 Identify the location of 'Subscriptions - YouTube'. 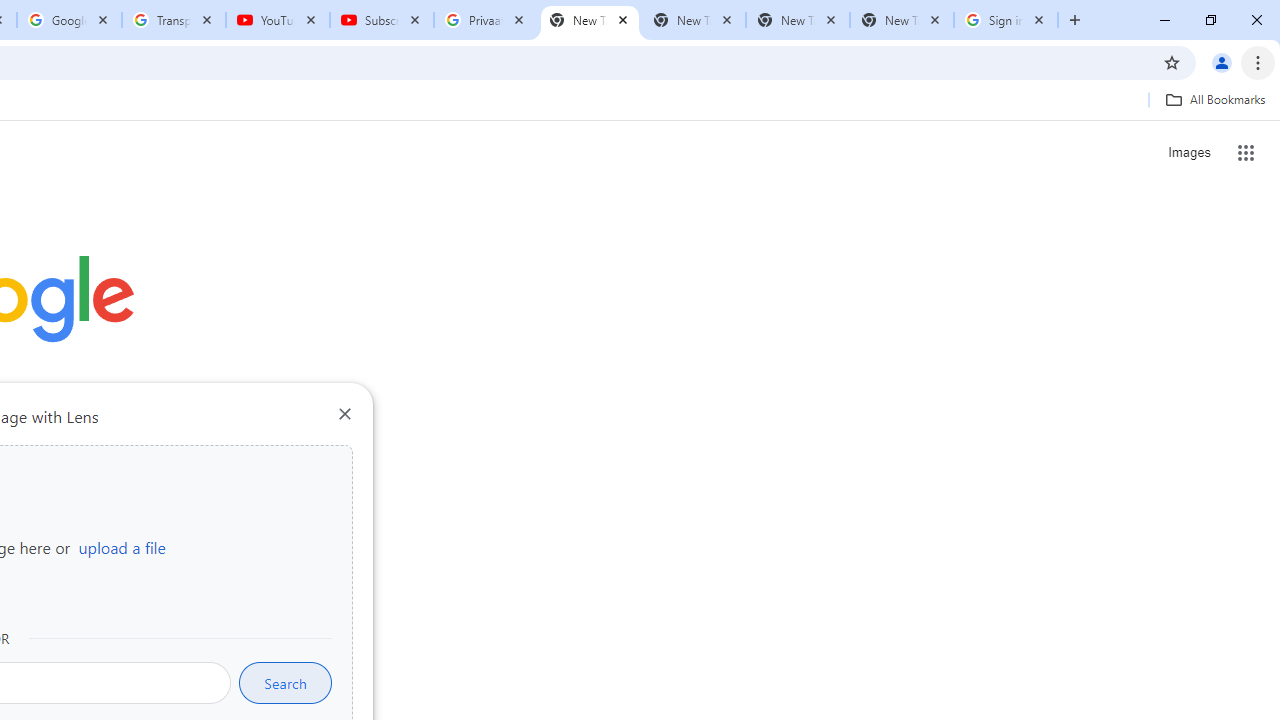
(382, 20).